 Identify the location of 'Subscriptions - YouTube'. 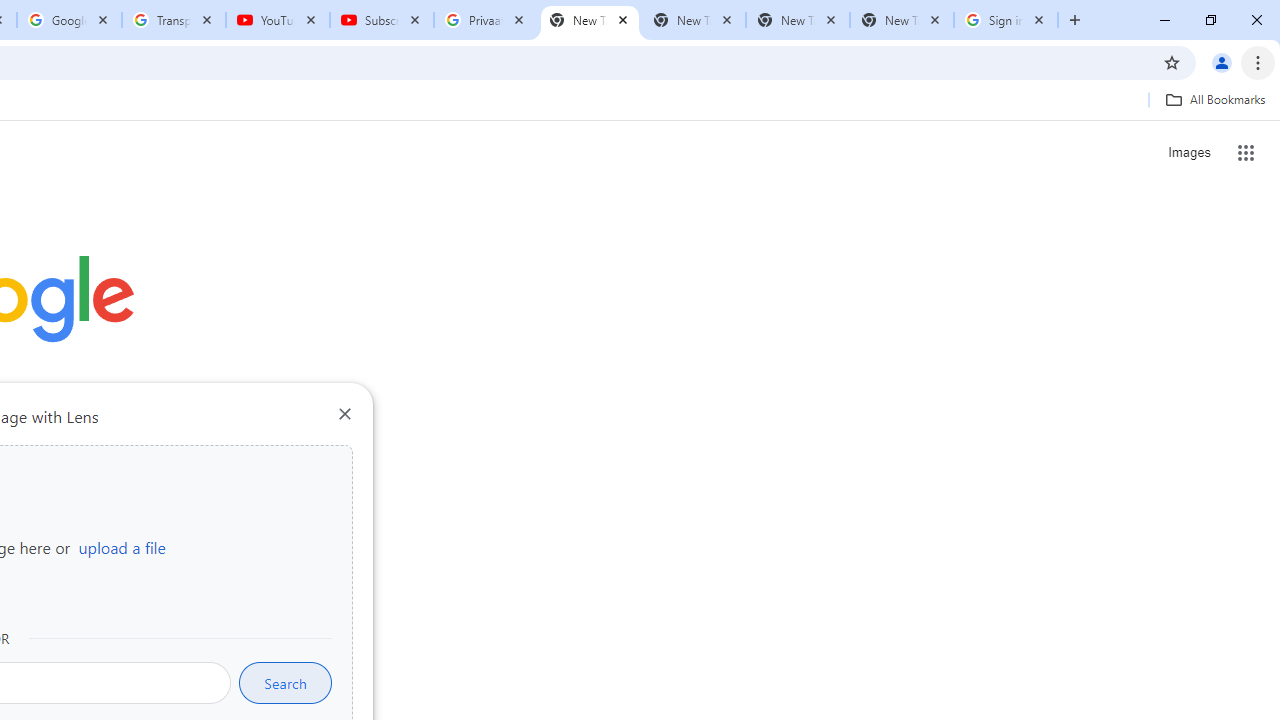
(382, 20).